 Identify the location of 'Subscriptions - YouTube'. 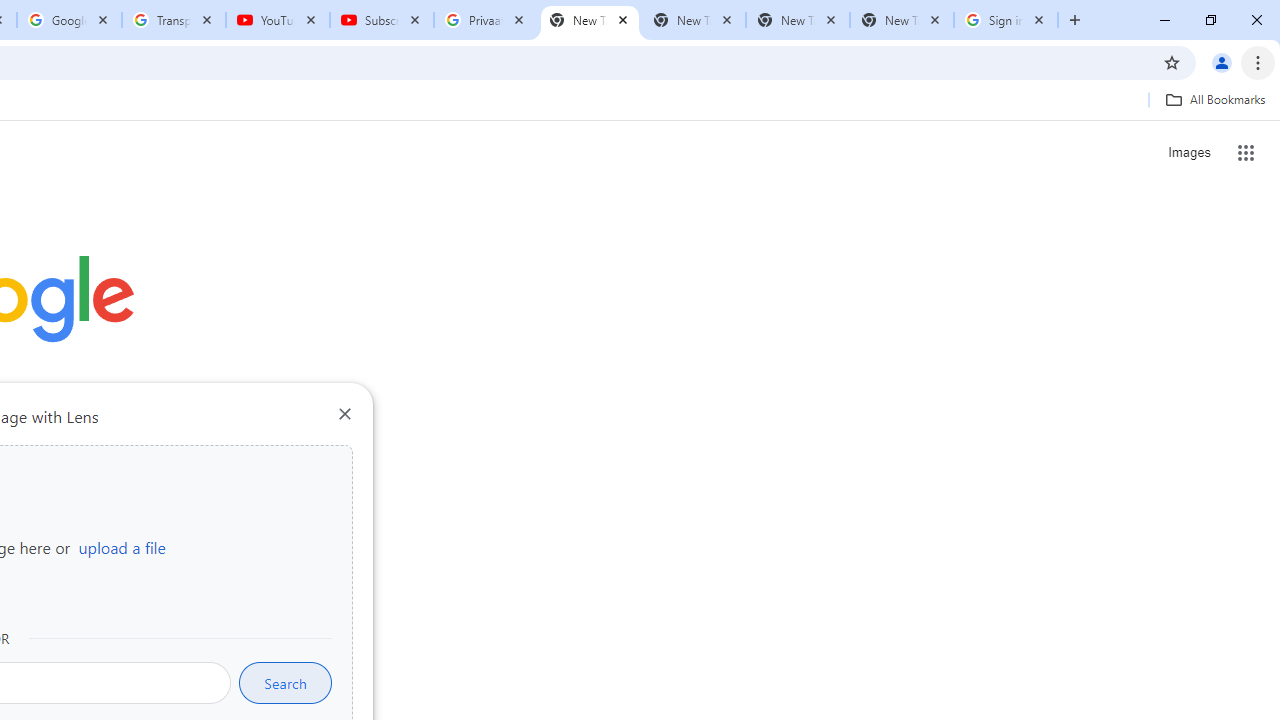
(382, 20).